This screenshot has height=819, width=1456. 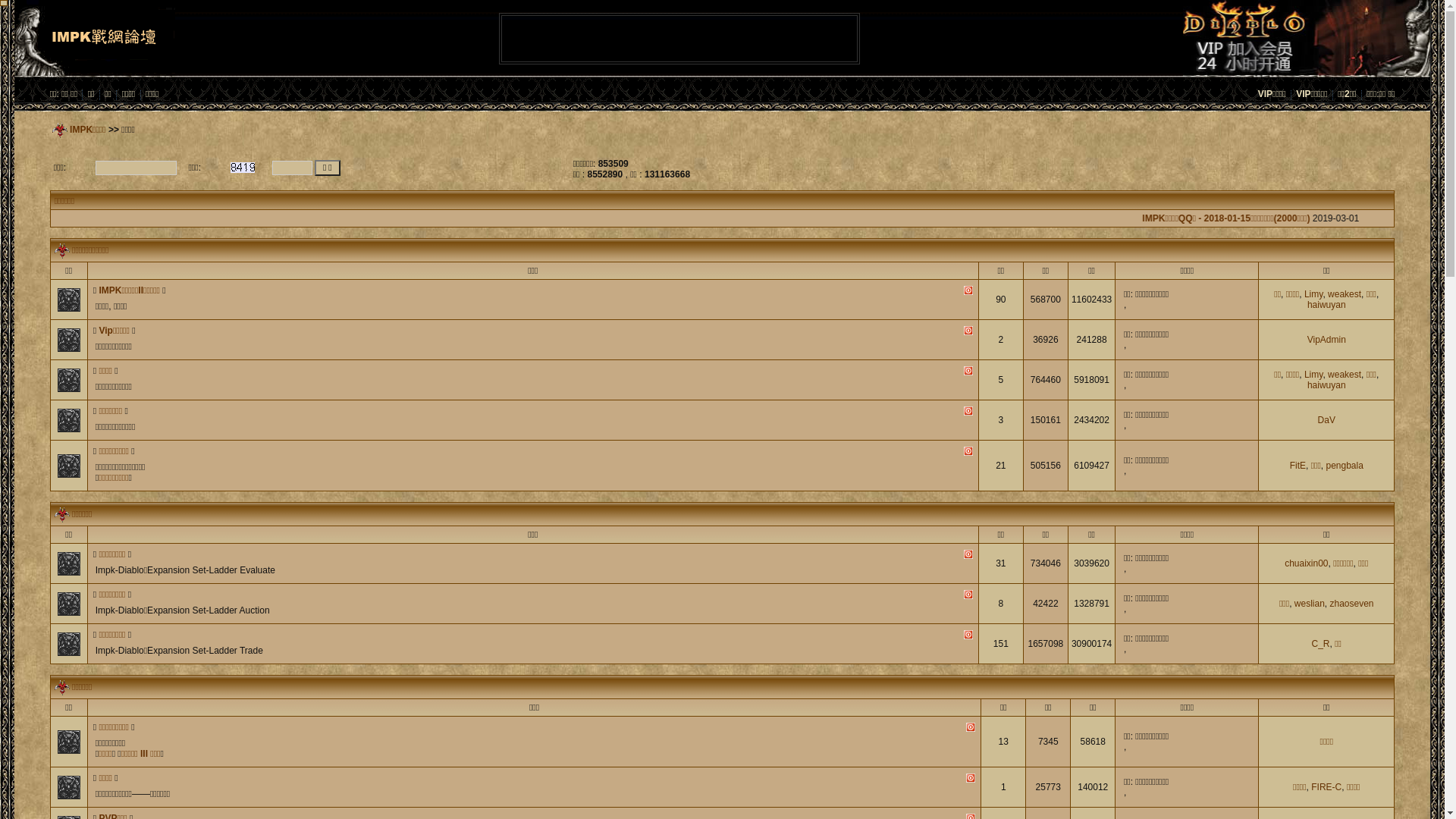 What do you see at coordinates (1320, 643) in the screenshot?
I see `'C_R'` at bounding box center [1320, 643].